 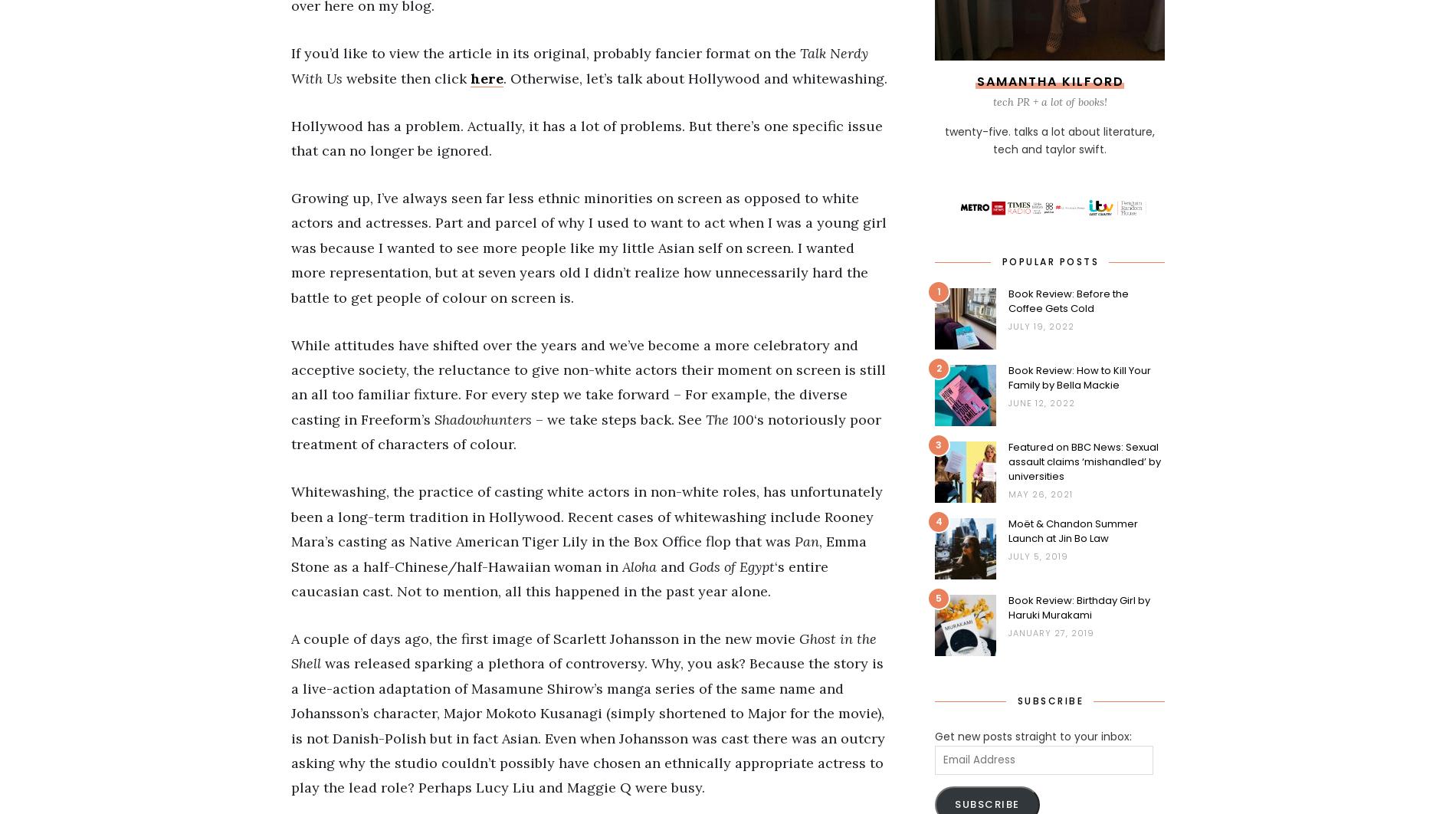 I want to click on '– we take steps back. See', so click(x=619, y=418).